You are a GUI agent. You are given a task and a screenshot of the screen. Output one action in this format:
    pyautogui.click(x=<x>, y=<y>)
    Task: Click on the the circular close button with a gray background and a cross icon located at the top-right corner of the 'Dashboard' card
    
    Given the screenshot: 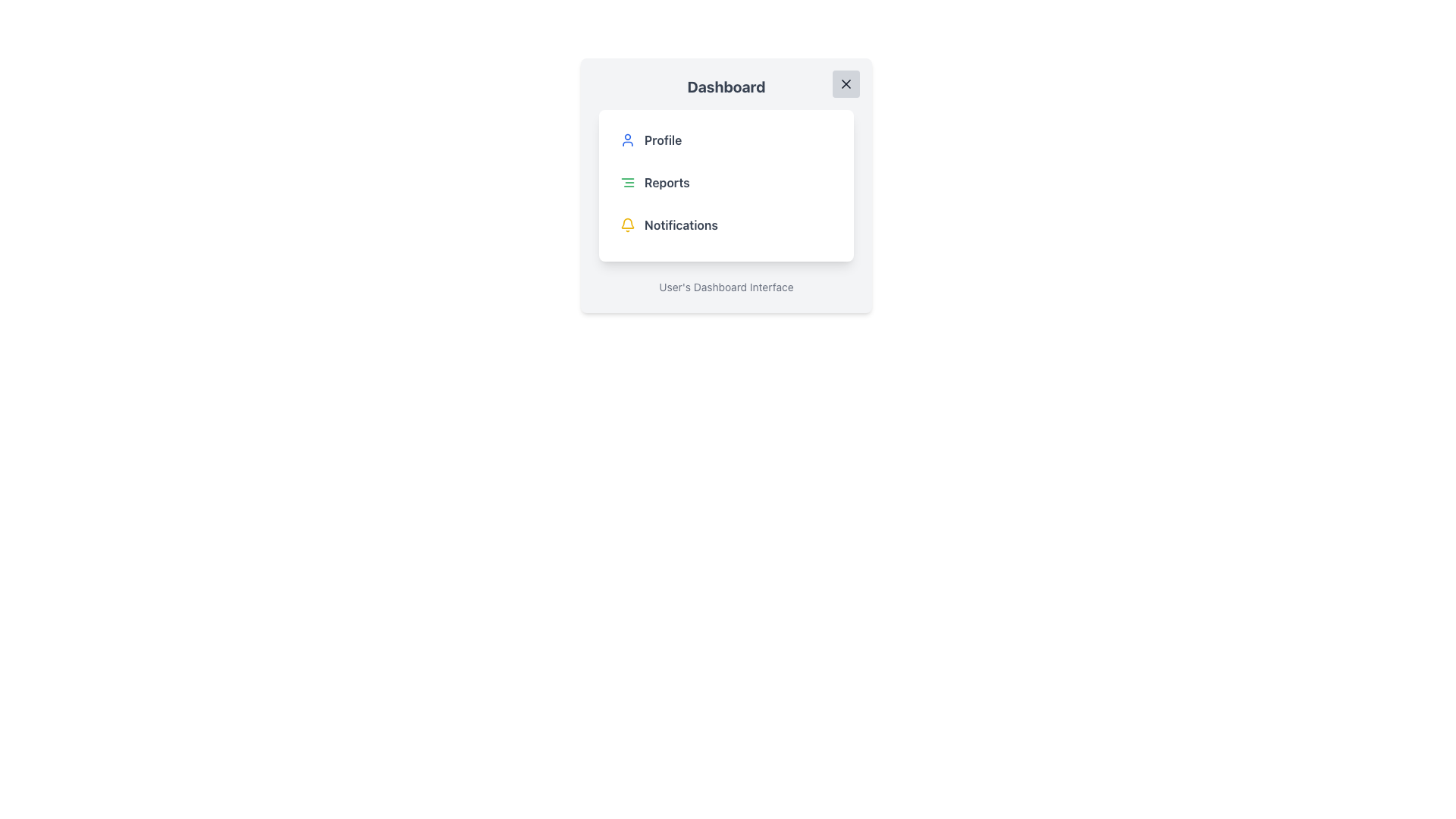 What is the action you would take?
    pyautogui.click(x=846, y=84)
    